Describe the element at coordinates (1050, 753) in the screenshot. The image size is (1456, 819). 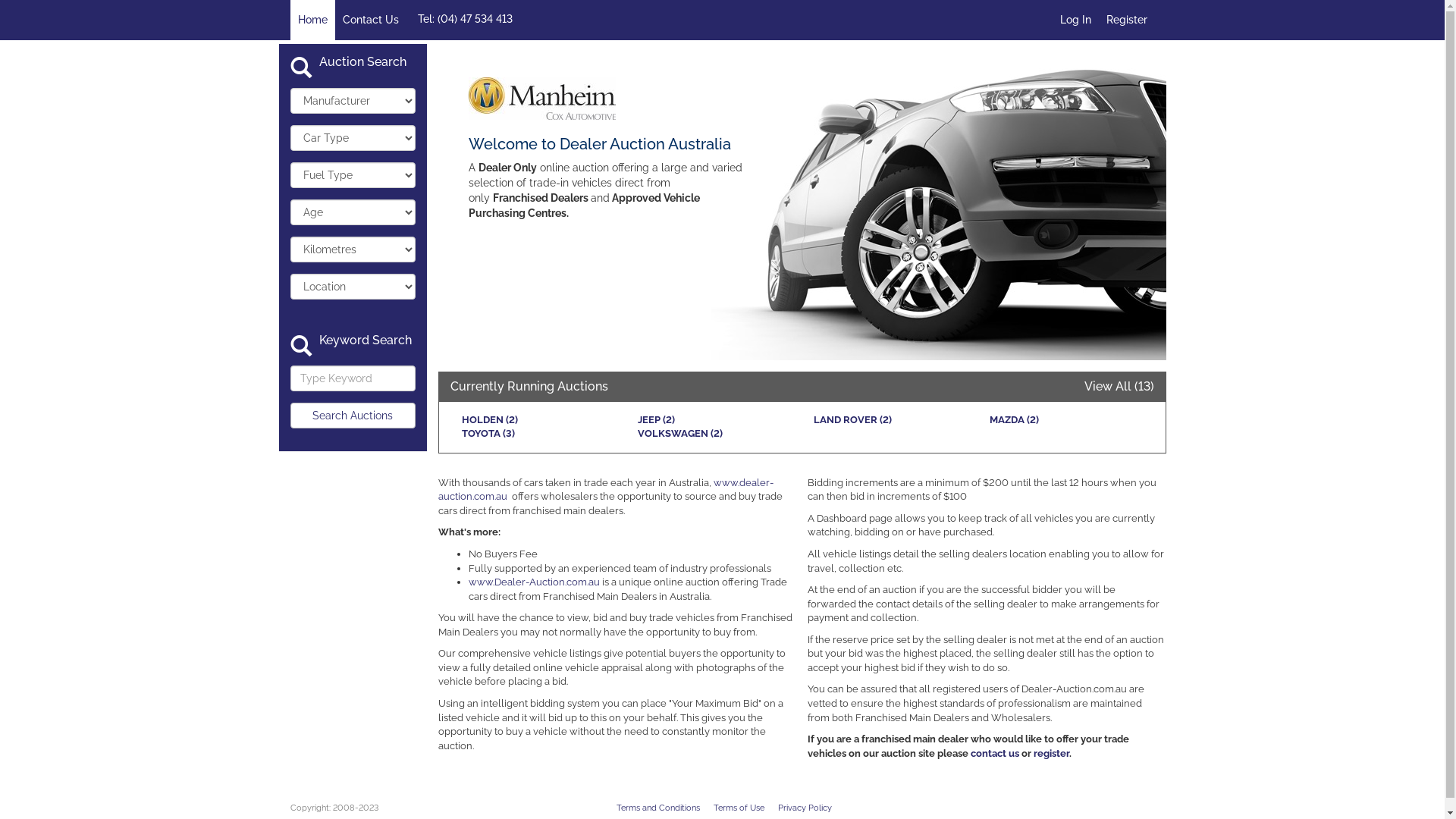
I see `'register'` at that location.